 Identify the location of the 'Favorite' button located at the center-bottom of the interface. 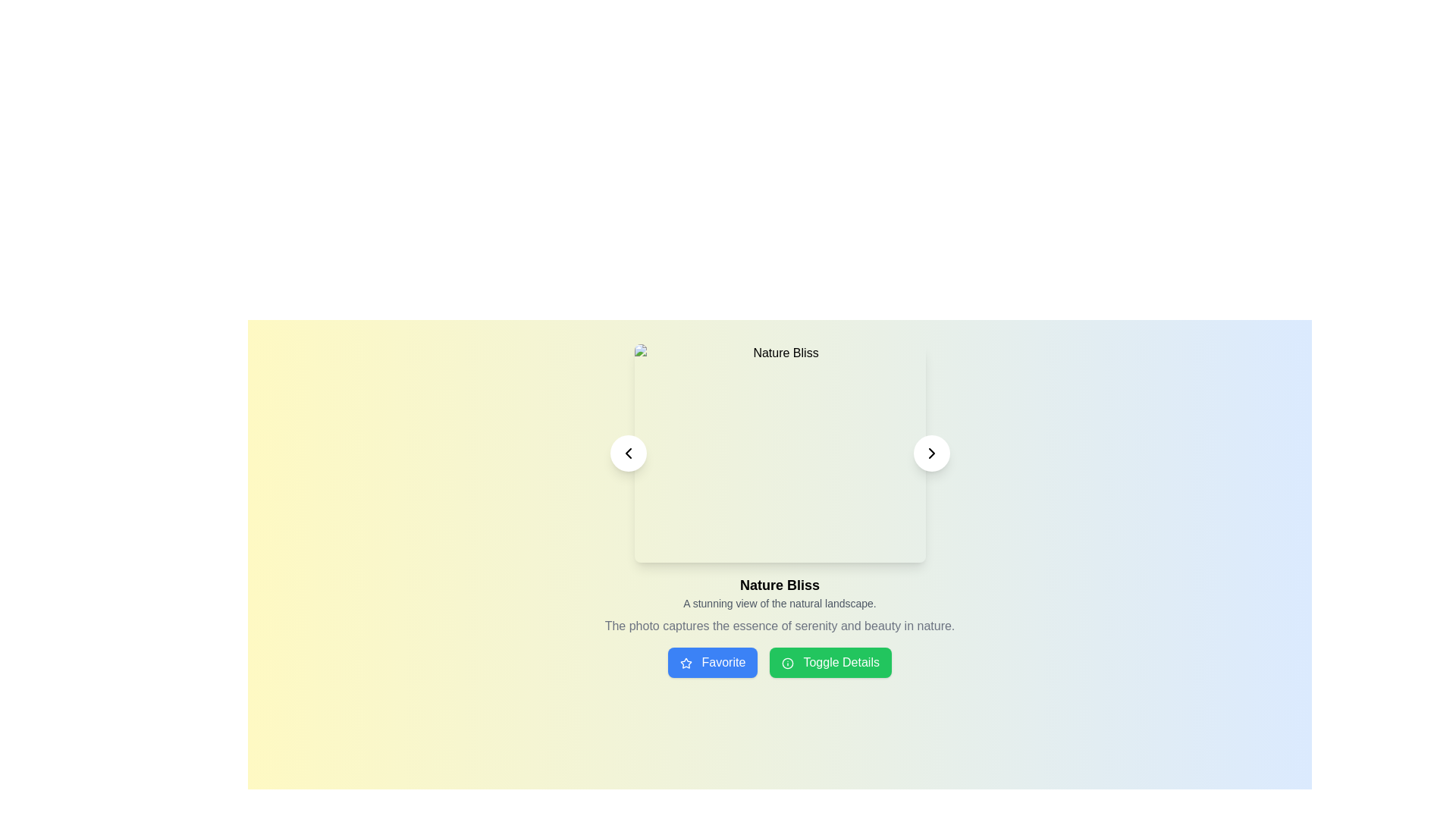
(712, 662).